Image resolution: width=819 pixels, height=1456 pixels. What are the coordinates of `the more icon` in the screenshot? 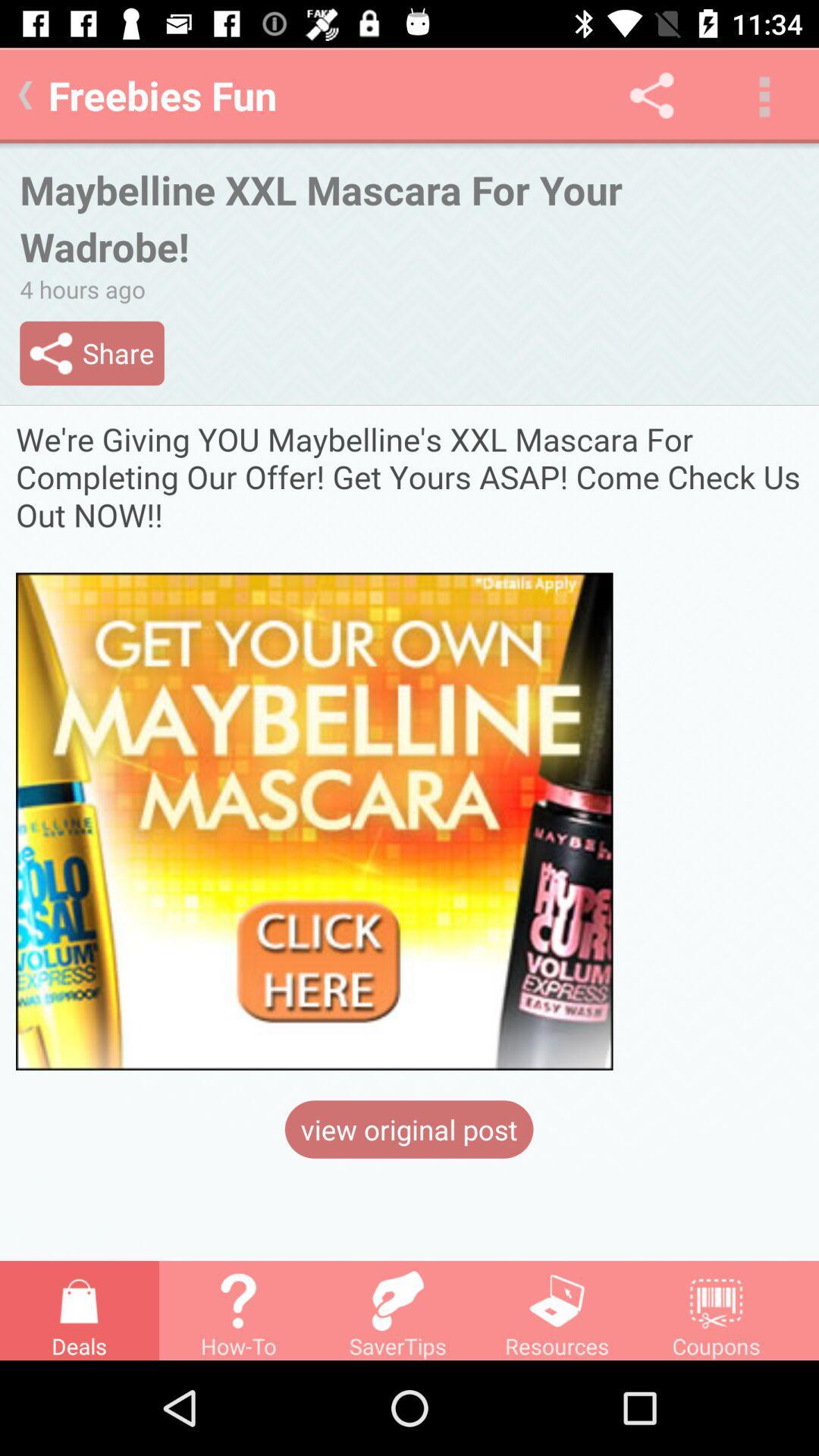 It's located at (763, 94).